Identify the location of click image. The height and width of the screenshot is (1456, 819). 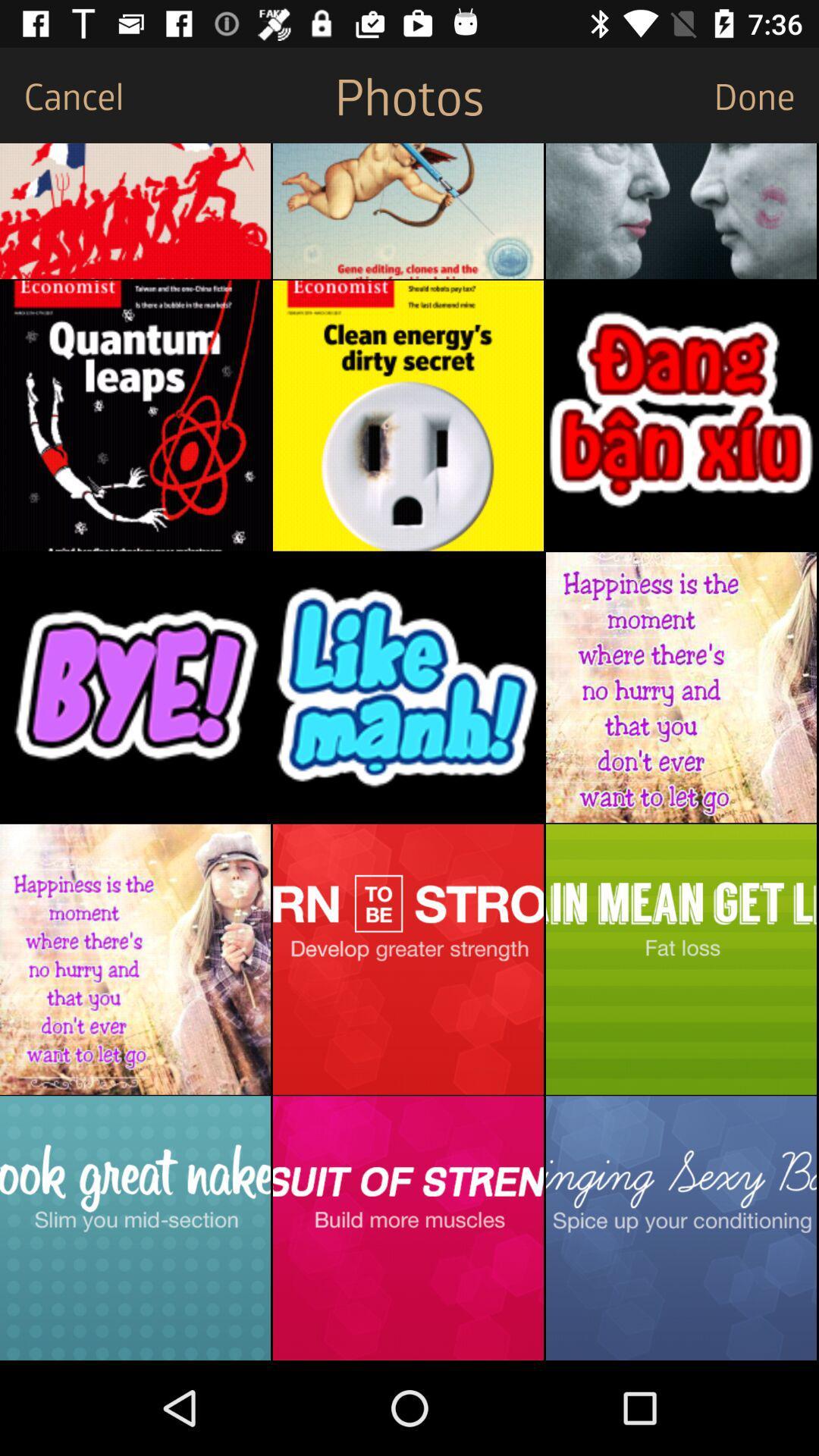
(407, 959).